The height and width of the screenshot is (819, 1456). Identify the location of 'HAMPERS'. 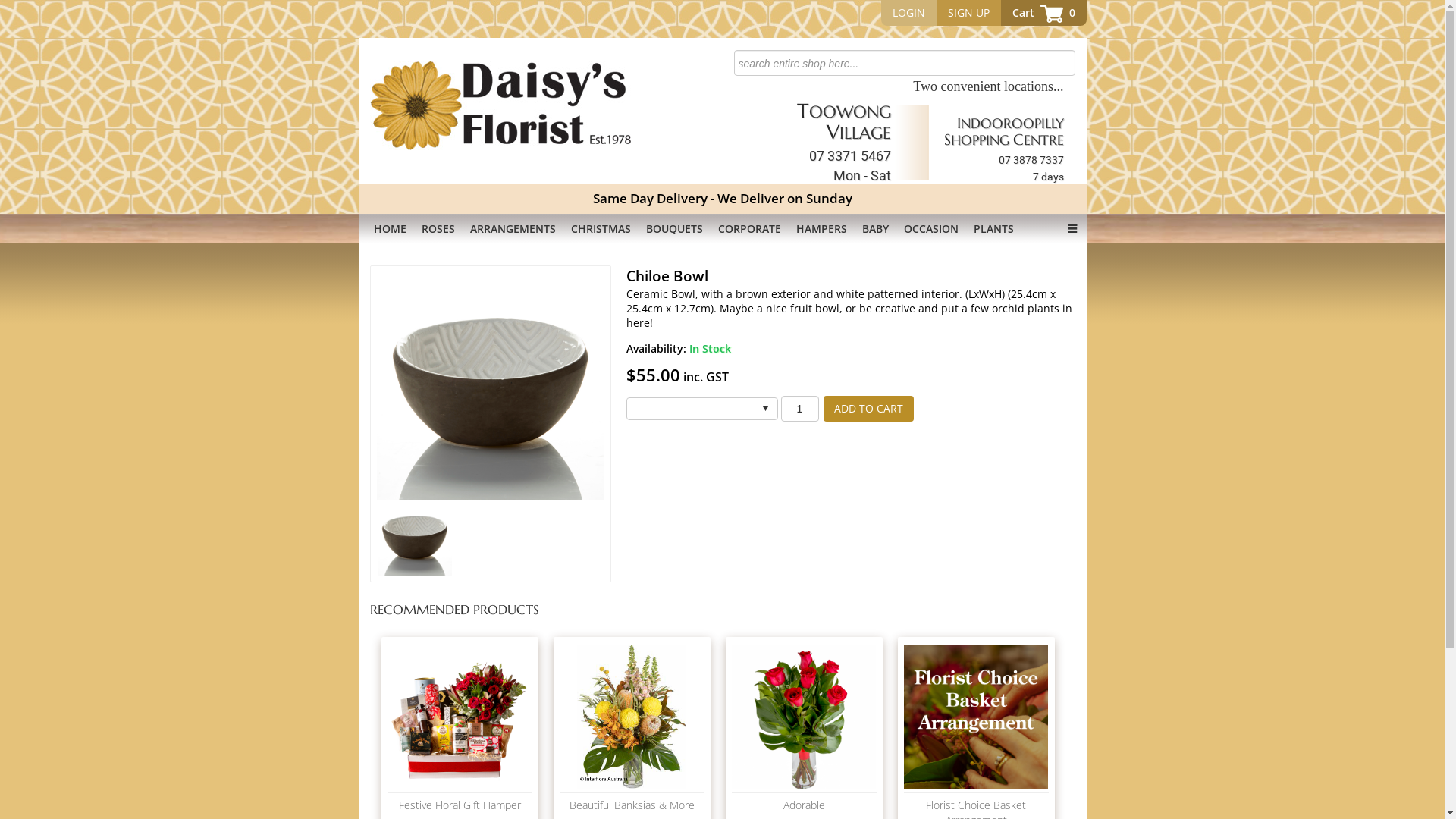
(821, 228).